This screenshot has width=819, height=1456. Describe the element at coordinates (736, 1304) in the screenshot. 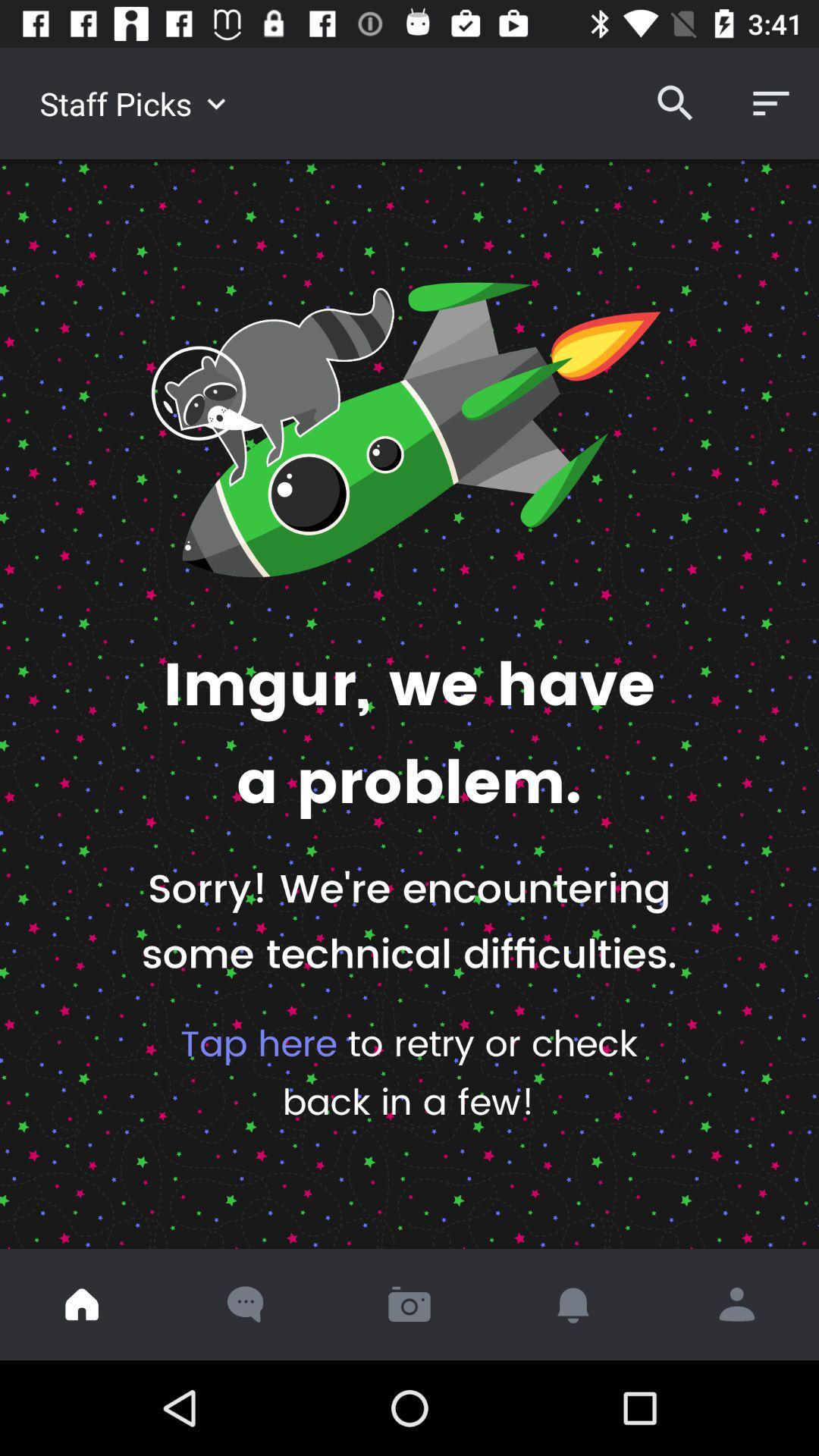

I see `the icon below the tap here to icon` at that location.